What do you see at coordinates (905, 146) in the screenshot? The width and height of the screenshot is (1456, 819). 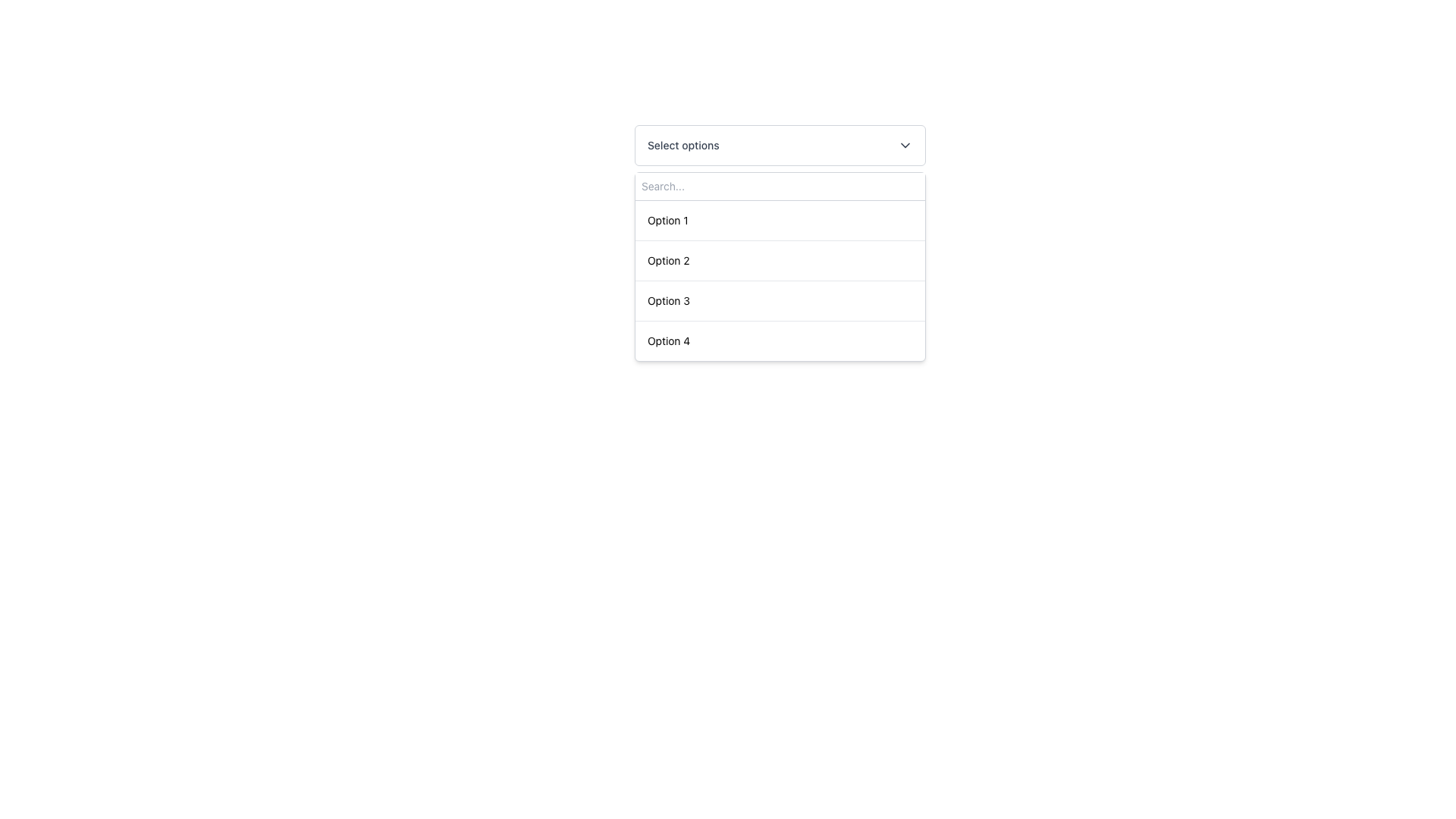 I see `the Chevron icon indicating the dropdown menu for 'Select options'` at bounding box center [905, 146].